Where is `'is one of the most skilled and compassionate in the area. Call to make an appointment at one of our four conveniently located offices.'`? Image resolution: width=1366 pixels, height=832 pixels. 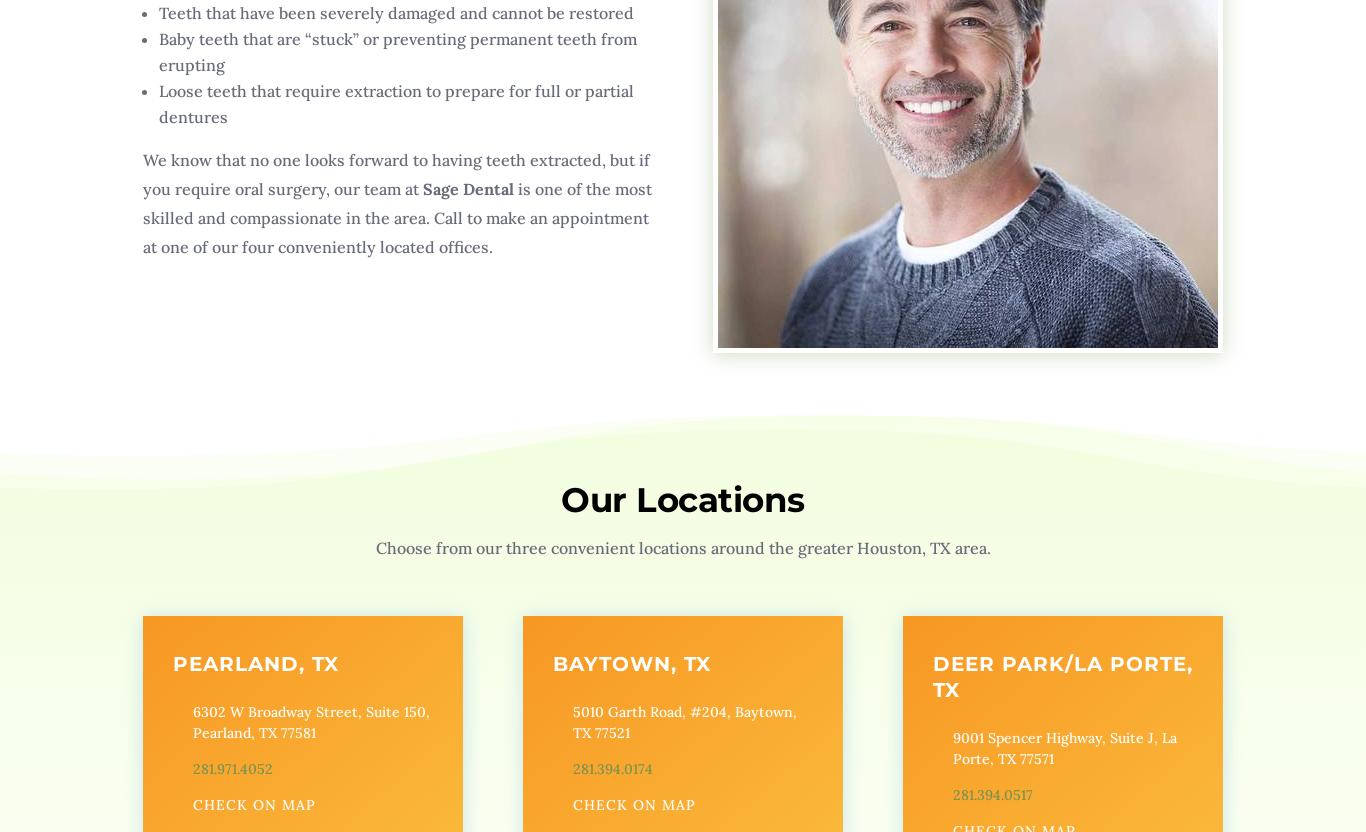 'is one of the most skilled and compassionate in the area. Call to make an appointment at one of our four conveniently located offices.' is located at coordinates (396, 217).